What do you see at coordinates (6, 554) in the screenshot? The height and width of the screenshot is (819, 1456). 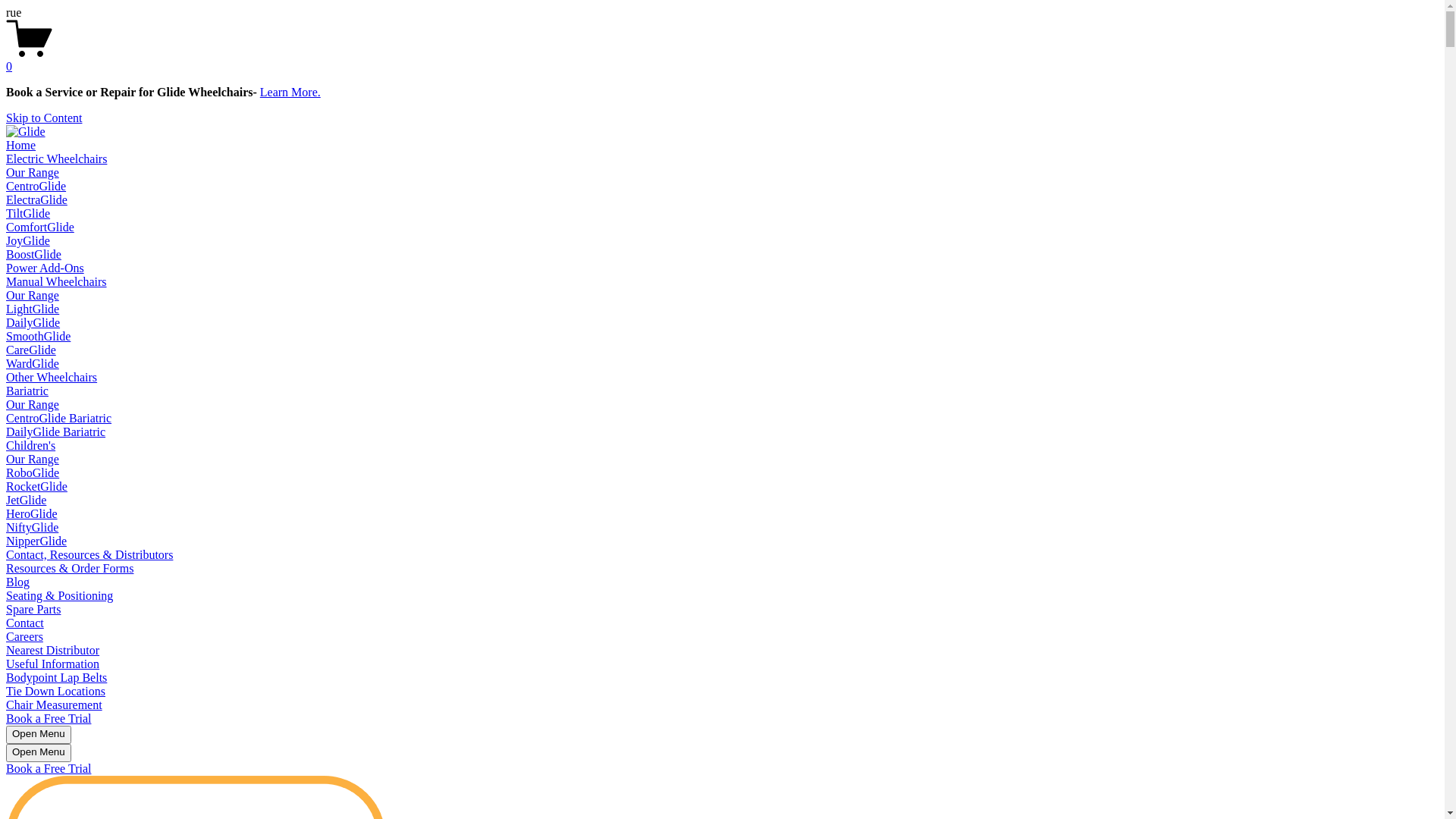 I see `'Contact, Resources & Distributors'` at bounding box center [6, 554].